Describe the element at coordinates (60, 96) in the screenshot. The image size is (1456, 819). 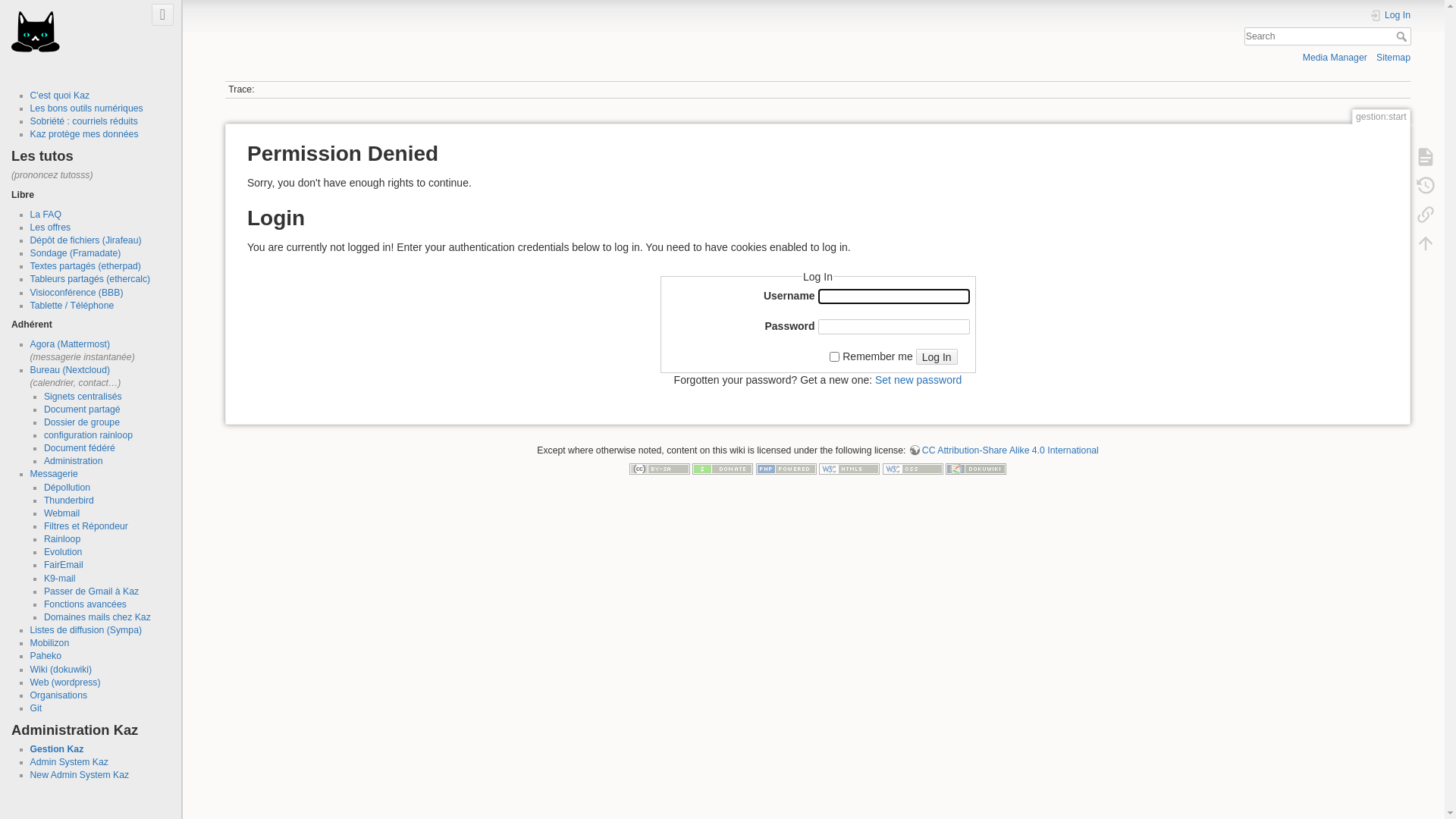
I see `'C'est quoi Kaz'` at that location.